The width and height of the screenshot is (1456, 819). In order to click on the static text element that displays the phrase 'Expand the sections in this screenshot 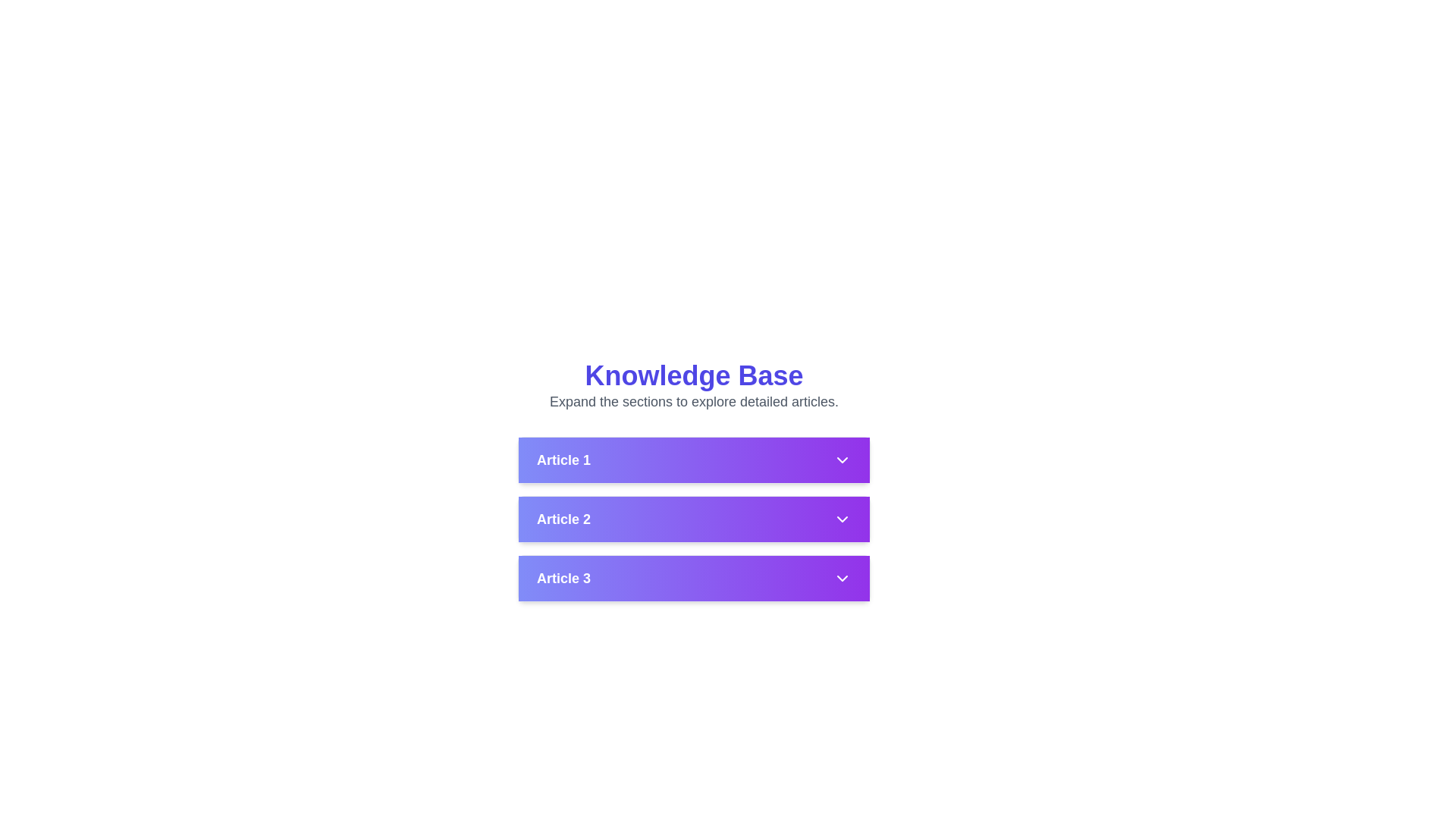, I will do `click(693, 400)`.